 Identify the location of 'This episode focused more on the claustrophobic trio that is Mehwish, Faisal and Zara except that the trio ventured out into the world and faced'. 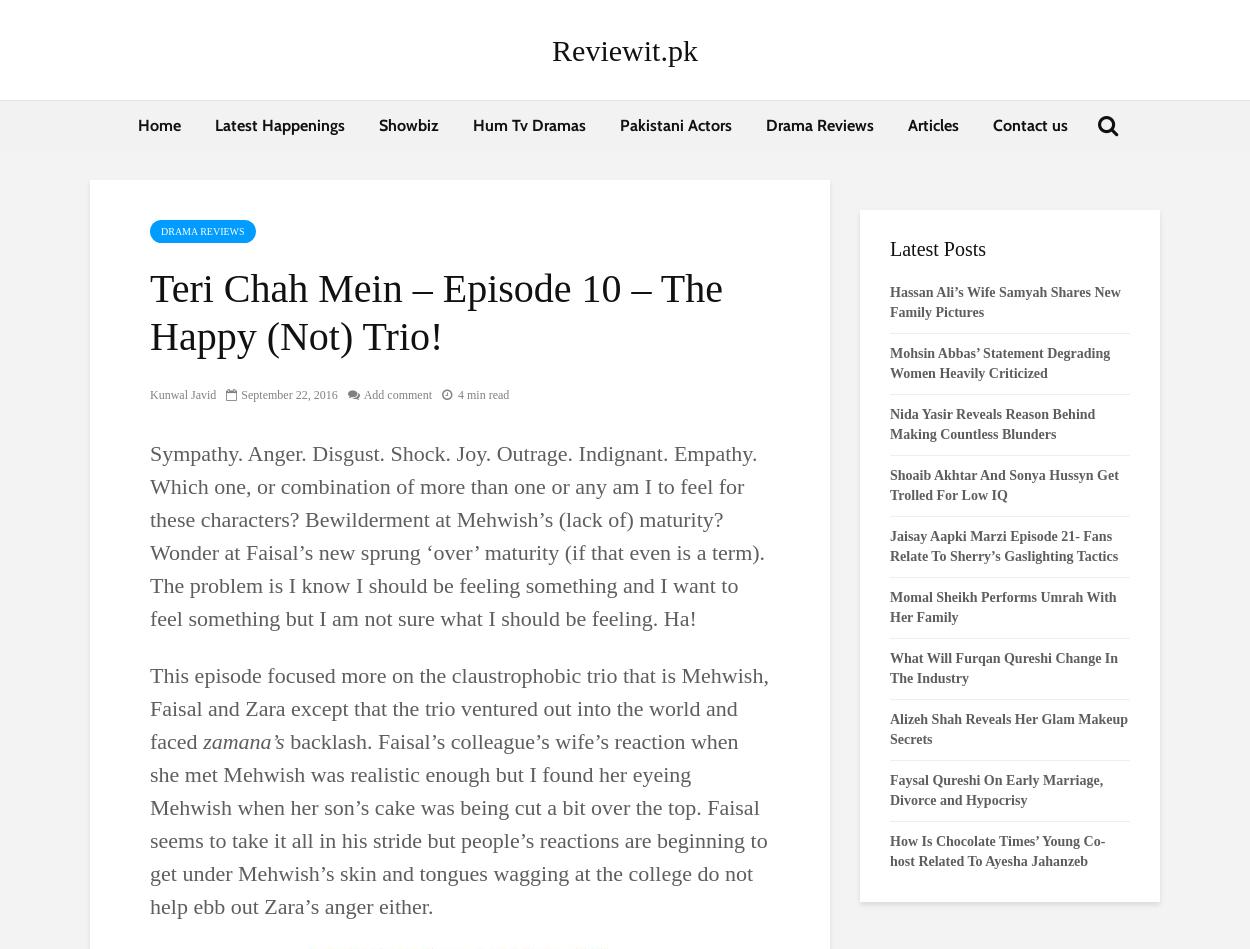
(458, 708).